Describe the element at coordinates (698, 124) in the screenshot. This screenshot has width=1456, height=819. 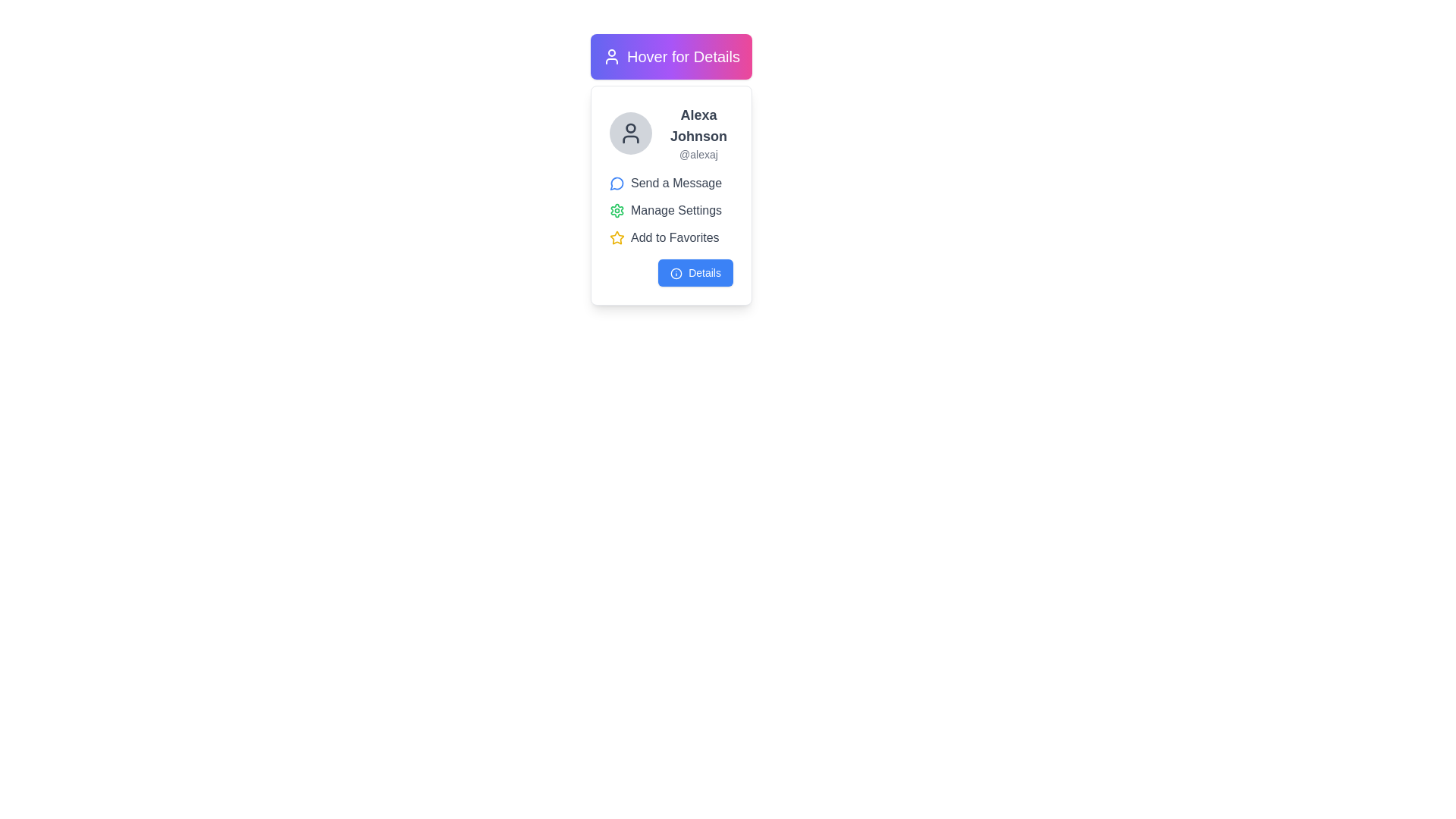
I see `the text label displaying 'Alexa Johnson' in the user profile card, which is prominently styled in bold and larger font, located centrally below the user avatar` at that location.